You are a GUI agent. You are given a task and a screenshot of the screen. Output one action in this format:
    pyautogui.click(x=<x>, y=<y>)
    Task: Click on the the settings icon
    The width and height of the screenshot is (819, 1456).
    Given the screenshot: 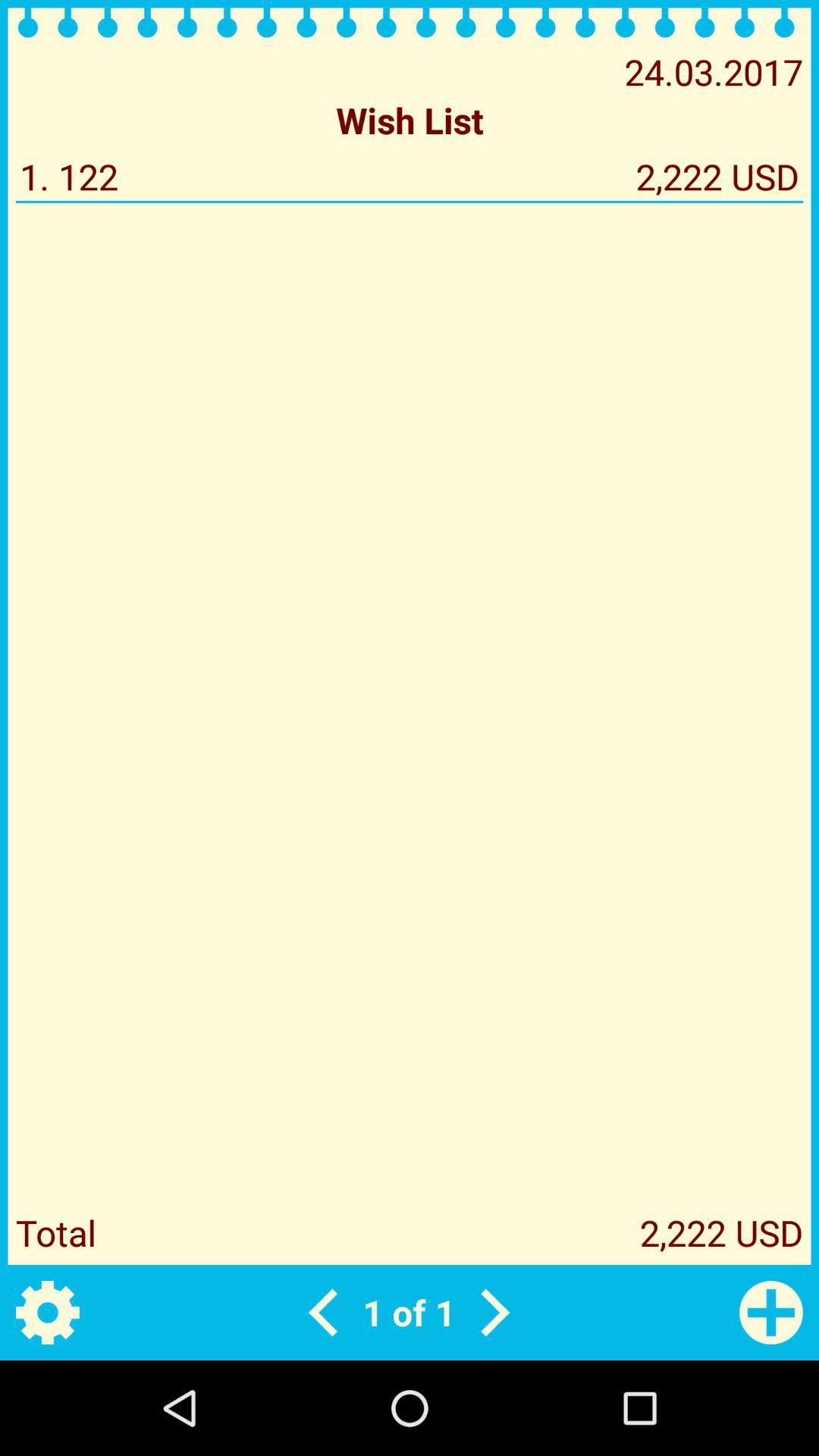 What is the action you would take?
    pyautogui.click(x=46, y=1404)
    